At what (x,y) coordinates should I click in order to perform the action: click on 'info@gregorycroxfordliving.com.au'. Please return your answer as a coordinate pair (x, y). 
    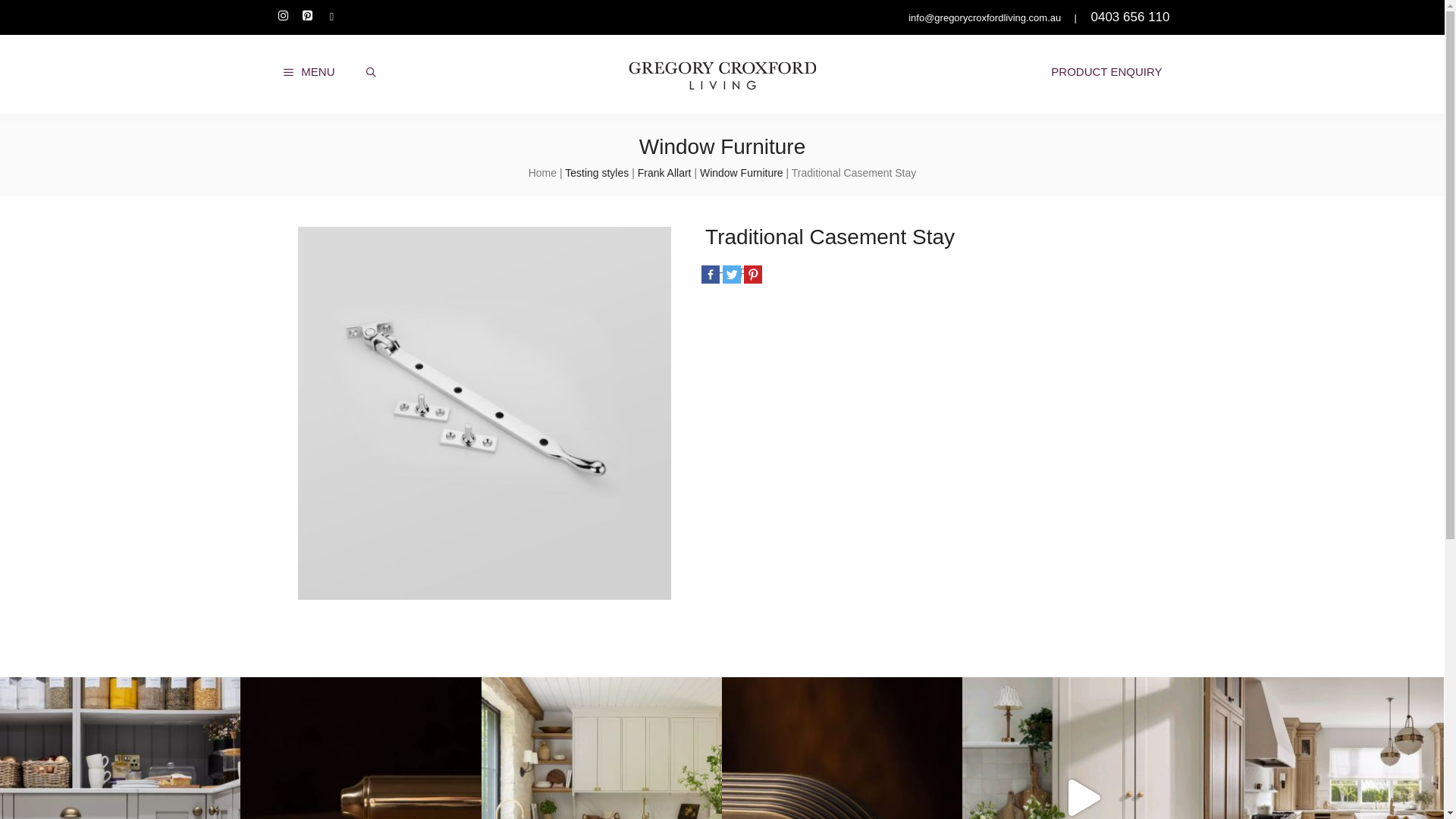
    Looking at the image, I should click on (983, 17).